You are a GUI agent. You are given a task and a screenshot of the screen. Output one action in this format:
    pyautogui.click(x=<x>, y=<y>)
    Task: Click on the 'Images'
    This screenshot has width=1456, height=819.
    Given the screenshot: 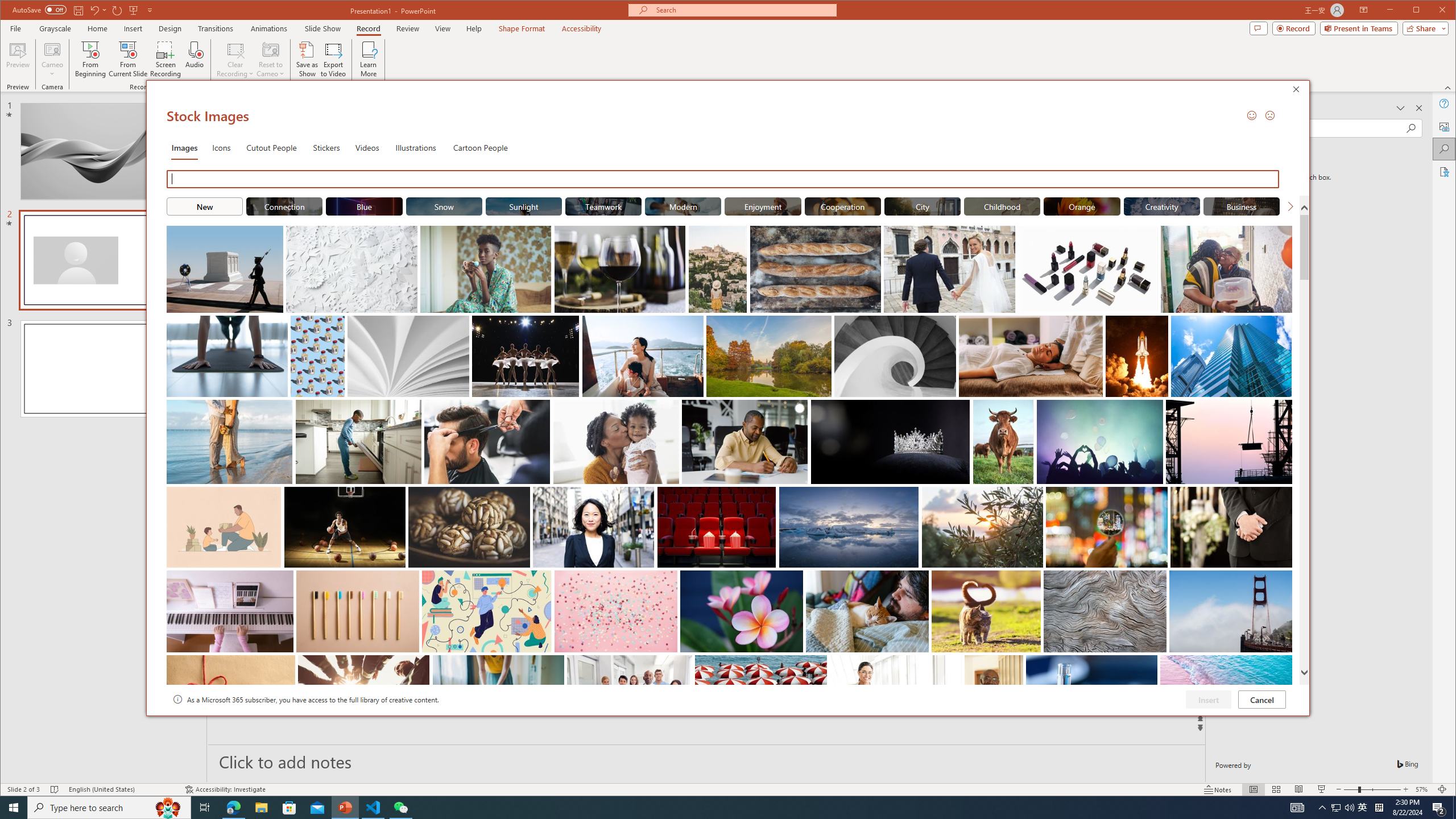 What is the action you would take?
    pyautogui.click(x=183, y=147)
    